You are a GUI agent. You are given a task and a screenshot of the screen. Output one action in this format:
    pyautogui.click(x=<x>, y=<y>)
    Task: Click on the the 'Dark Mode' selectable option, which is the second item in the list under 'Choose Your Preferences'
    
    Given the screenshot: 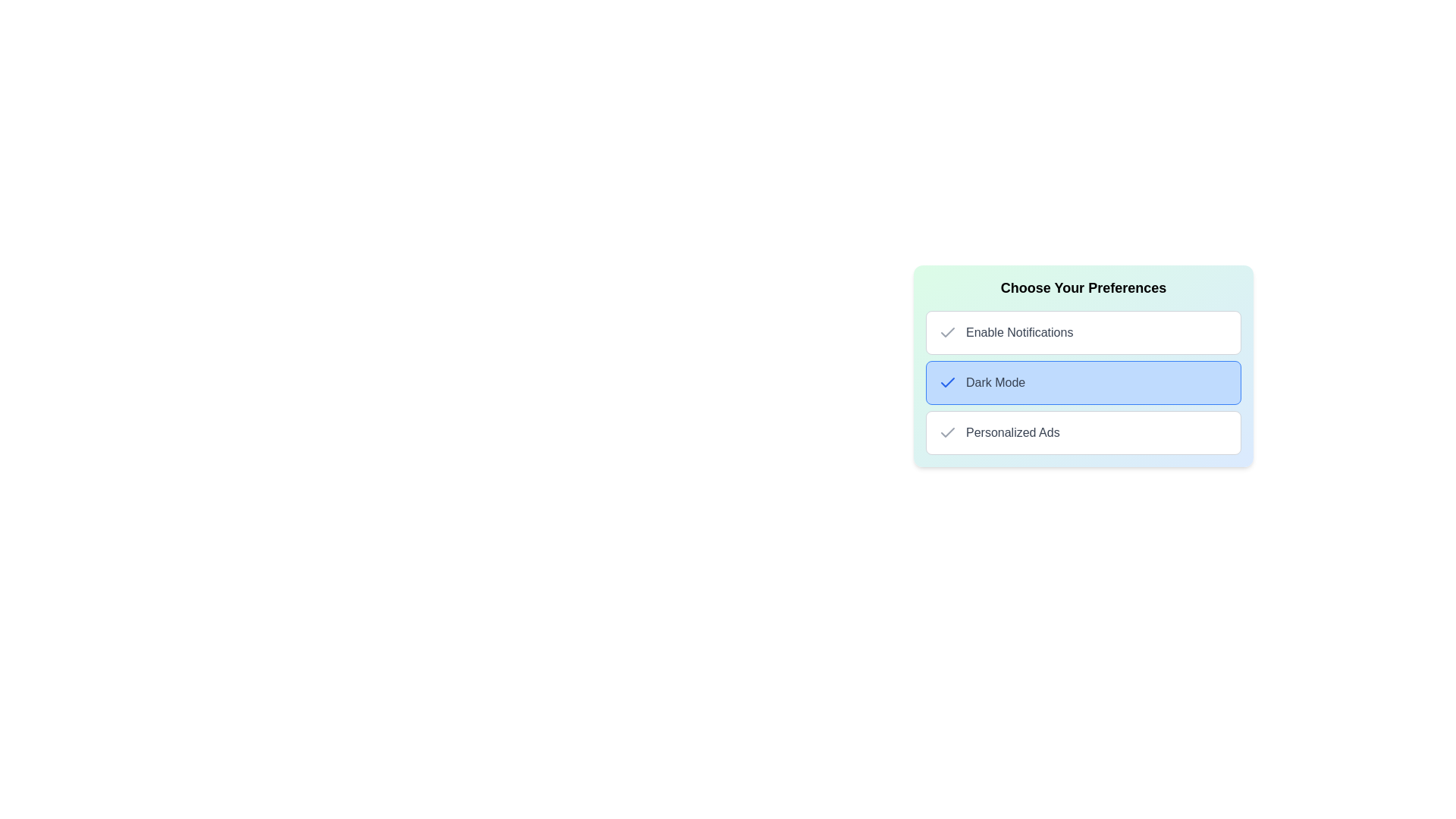 What is the action you would take?
    pyautogui.click(x=1083, y=388)
    